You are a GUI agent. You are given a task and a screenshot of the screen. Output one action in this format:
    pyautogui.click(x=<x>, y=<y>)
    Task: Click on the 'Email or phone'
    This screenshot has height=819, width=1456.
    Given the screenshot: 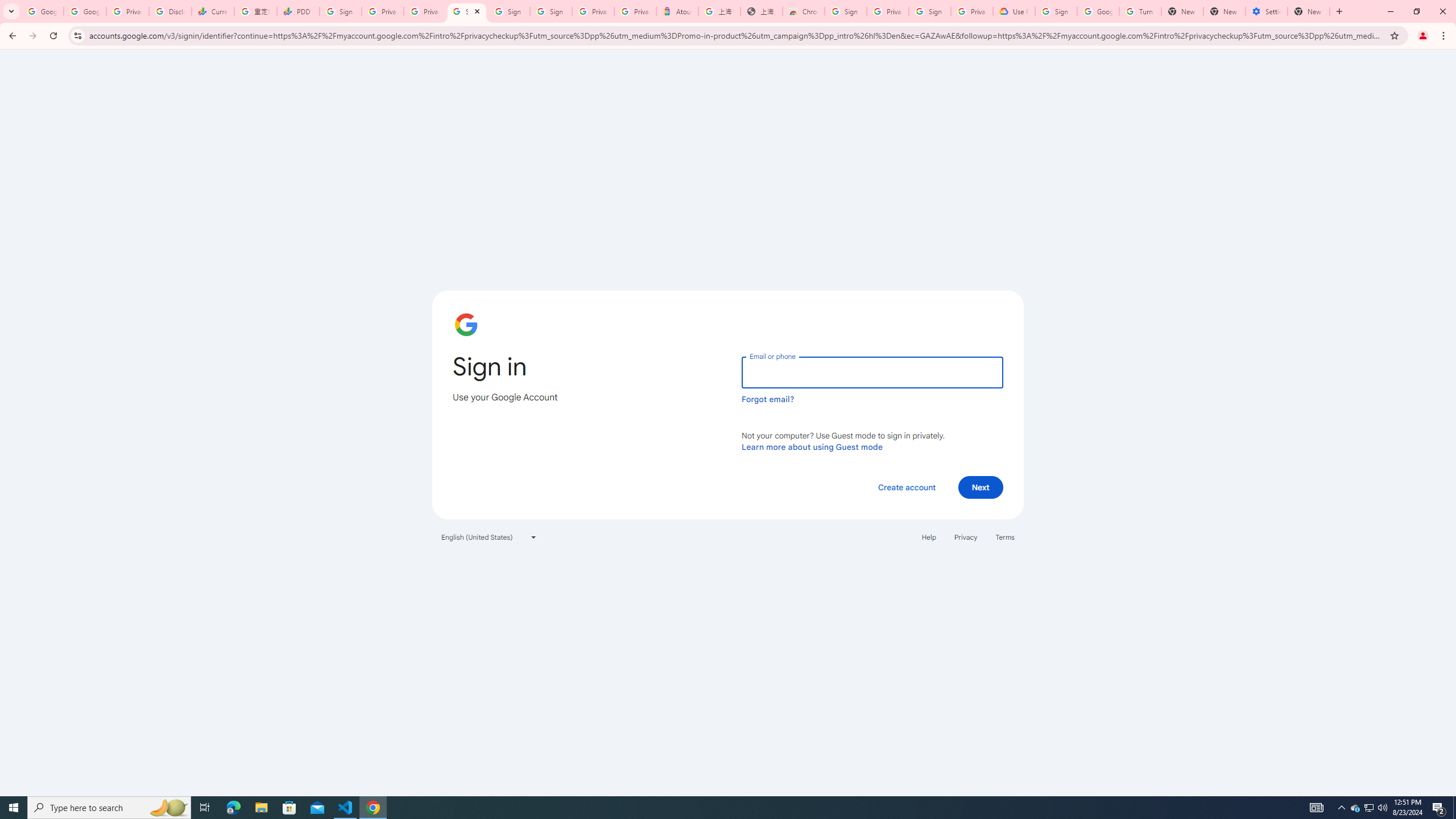 What is the action you would take?
    pyautogui.click(x=871, y=372)
    